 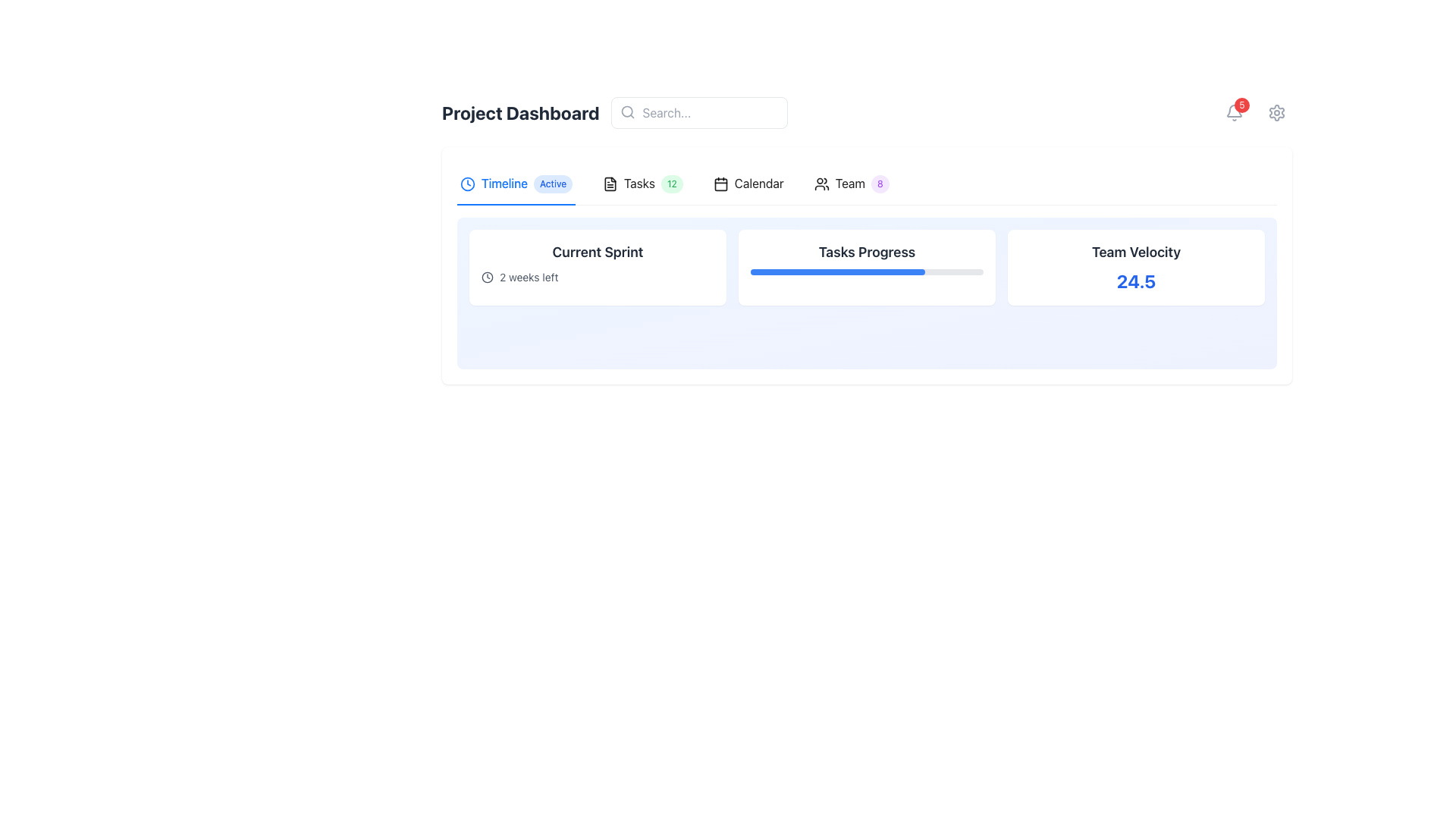 What do you see at coordinates (880, 183) in the screenshot?
I see `numeric value '8' displayed on the small, circular badge with a light purple background located to the immediate right of the 'Team' label in the top navigation bar` at bounding box center [880, 183].